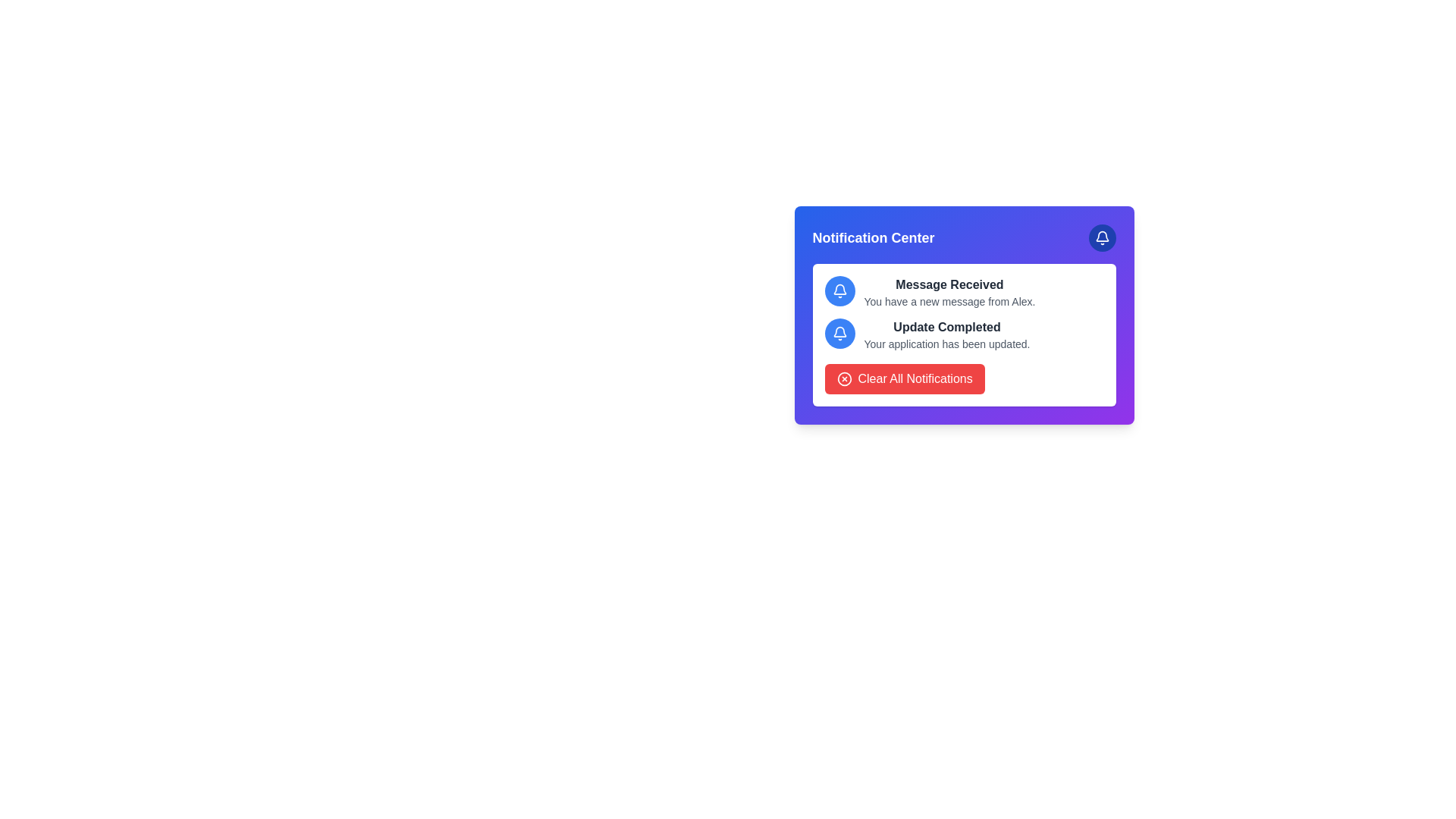 The image size is (1456, 819). What do you see at coordinates (843, 378) in the screenshot?
I see `the outer boundary circle of the cancel or close icon located in the top-right corner of the notification panel` at bounding box center [843, 378].